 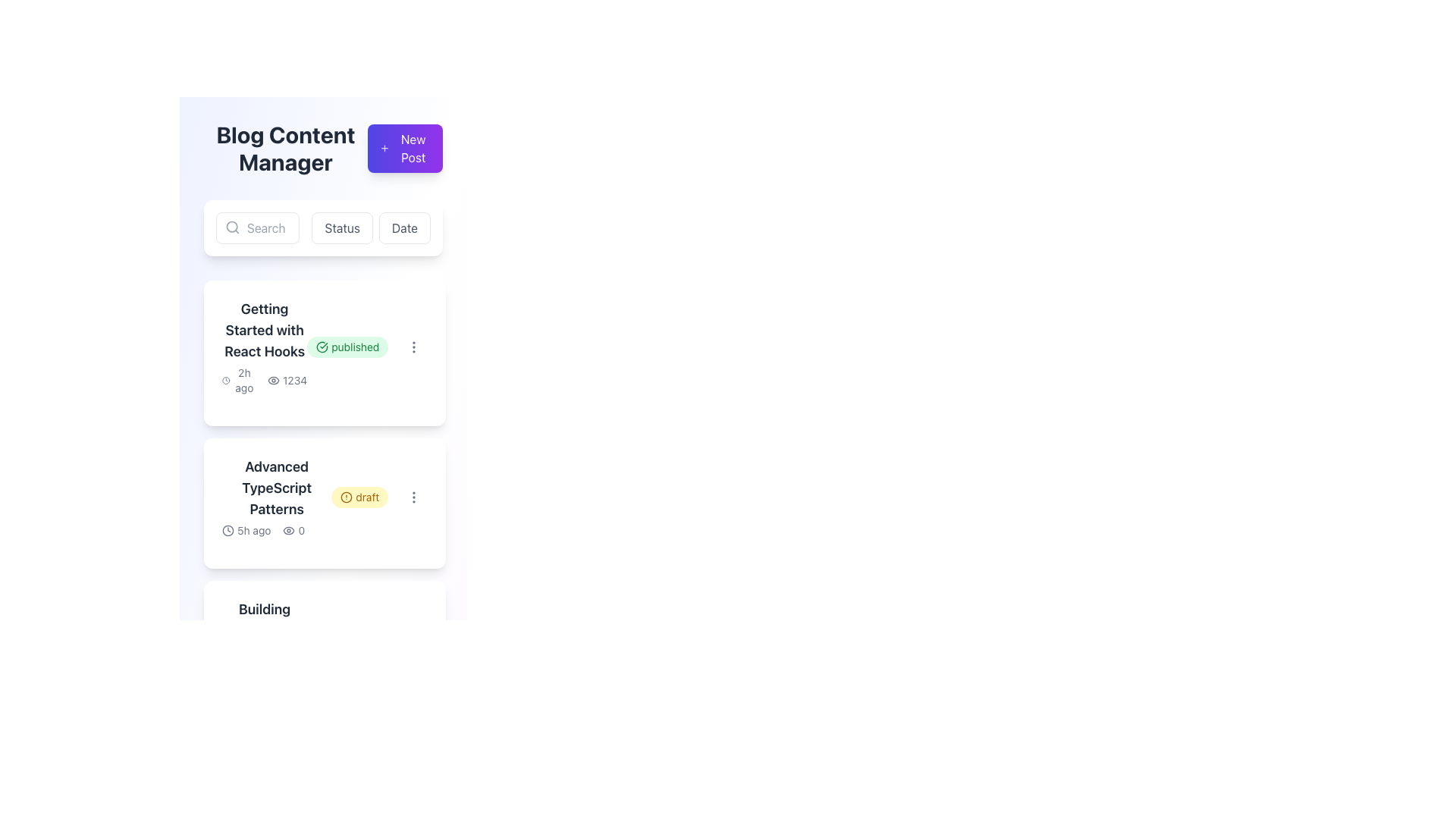 I want to click on the small, circular clock icon located next to the text '5h ago' at the bottom-left corner of the card labeled 'Advanced TypeScript Patterns', so click(x=227, y=529).